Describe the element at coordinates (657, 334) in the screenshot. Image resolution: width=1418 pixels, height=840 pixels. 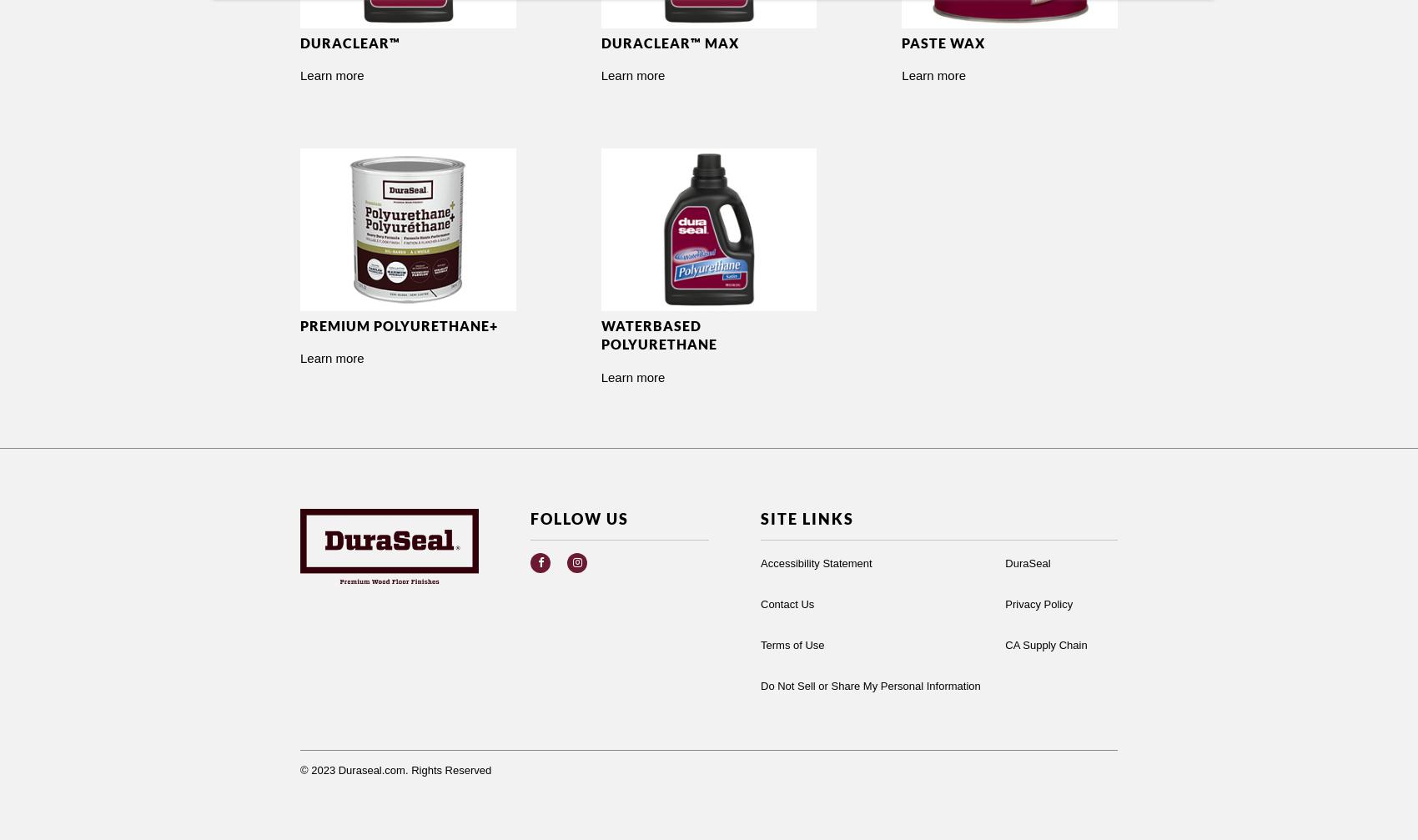
I see `'Waterbased Polyurethane'` at that location.